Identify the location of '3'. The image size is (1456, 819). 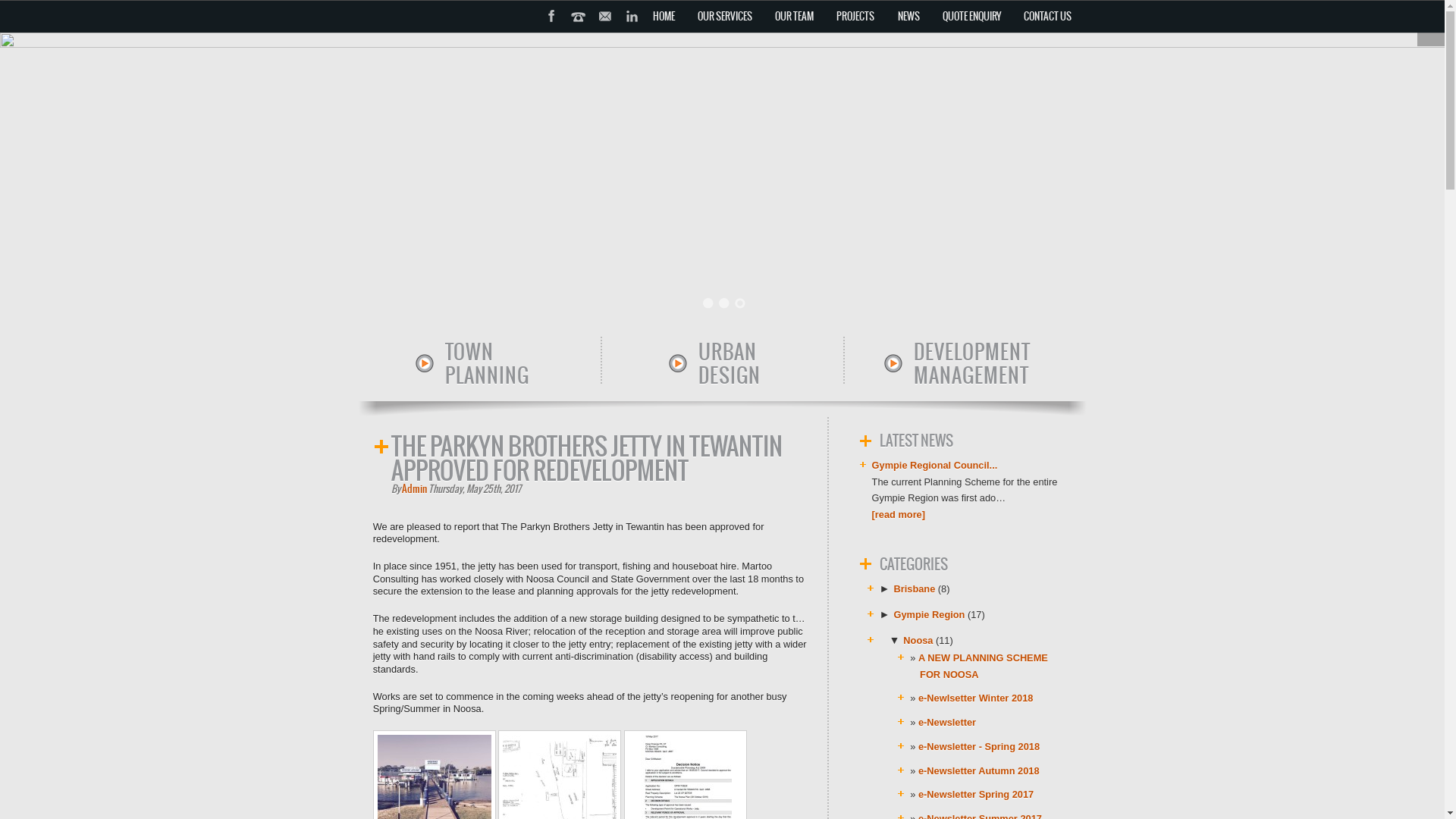
(739, 303).